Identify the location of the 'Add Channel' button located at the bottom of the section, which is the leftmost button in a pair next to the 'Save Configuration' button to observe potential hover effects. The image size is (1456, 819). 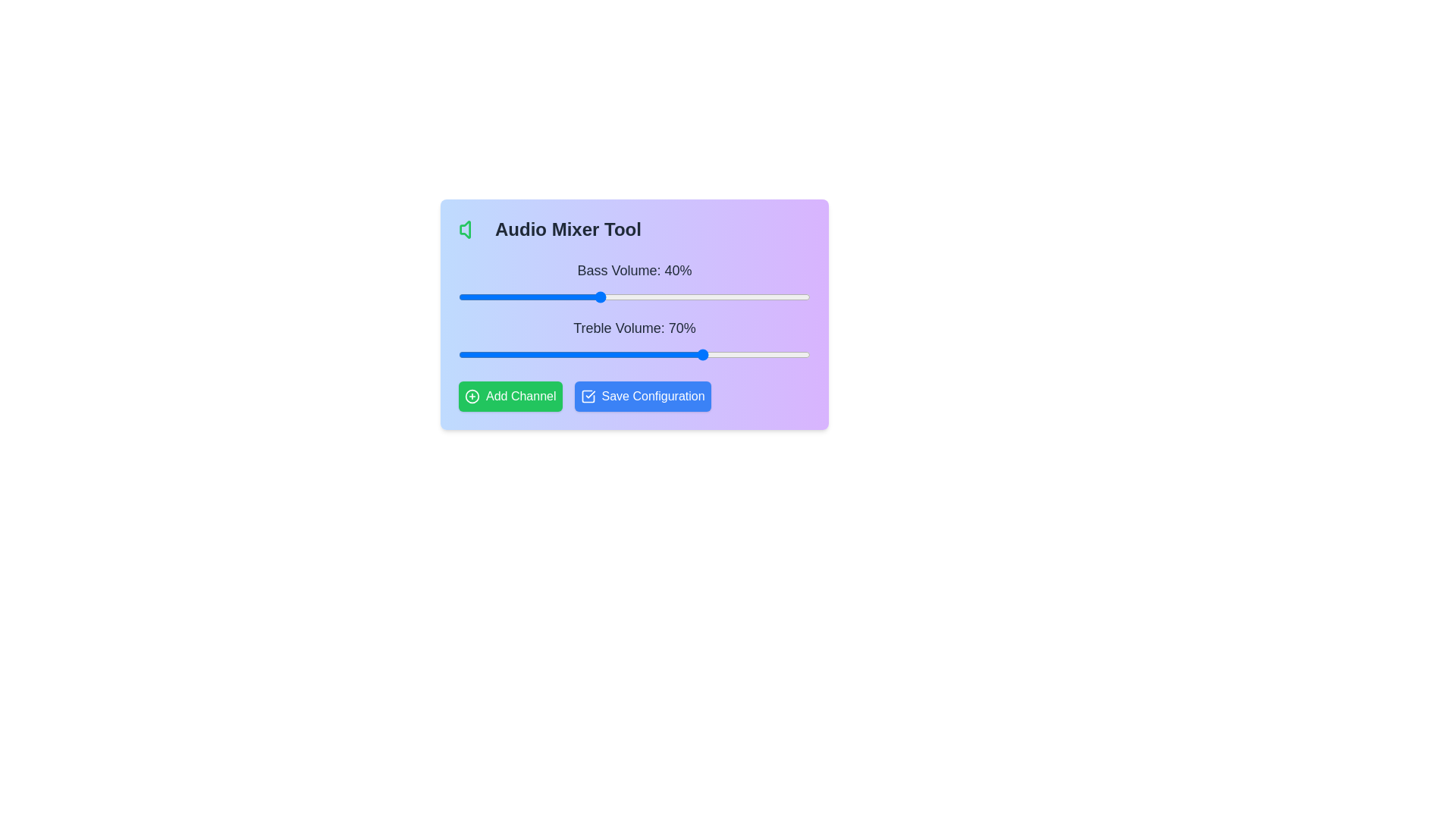
(510, 396).